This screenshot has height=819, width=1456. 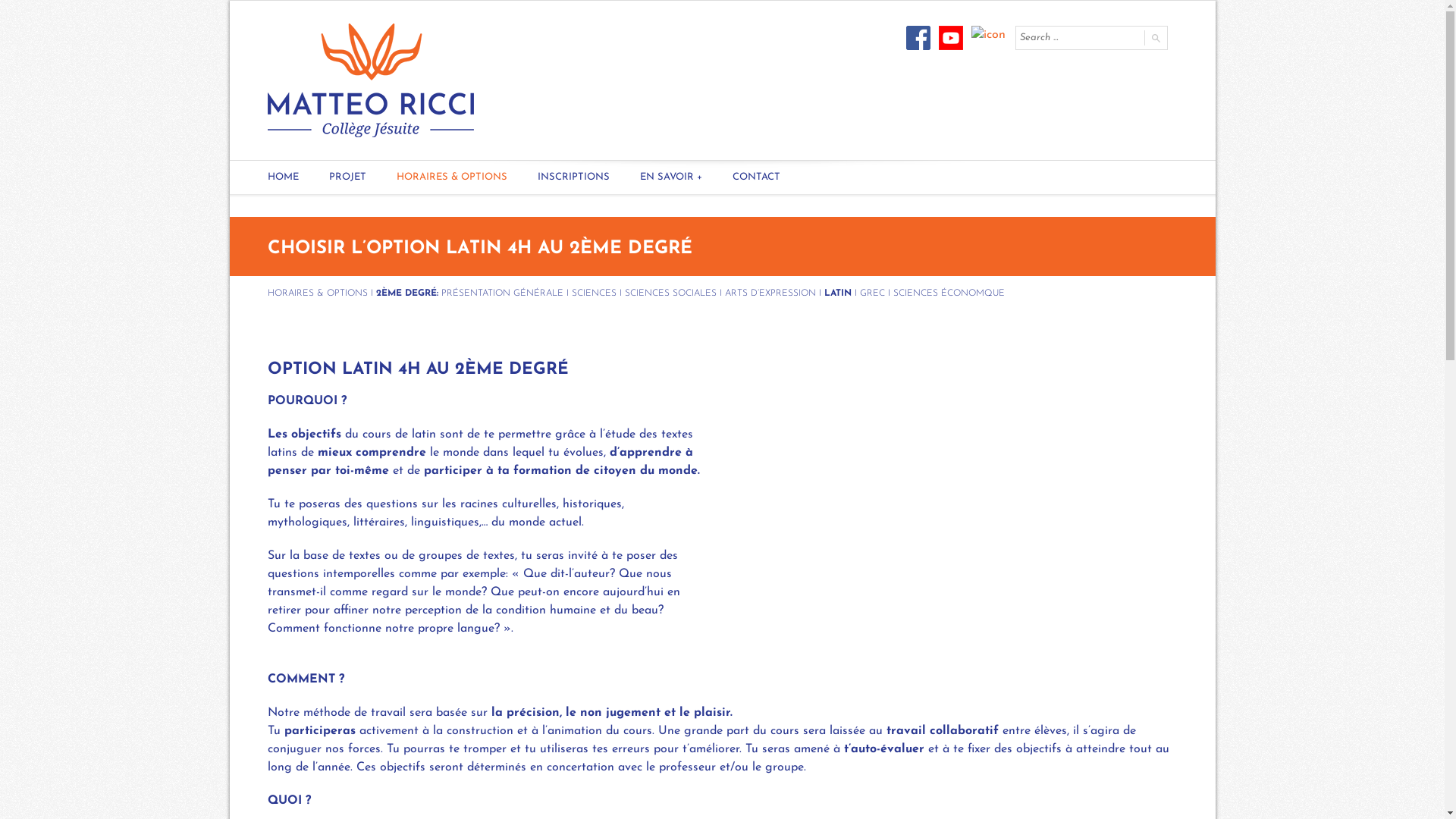 I want to click on 'Search', so click(x=1153, y=37).